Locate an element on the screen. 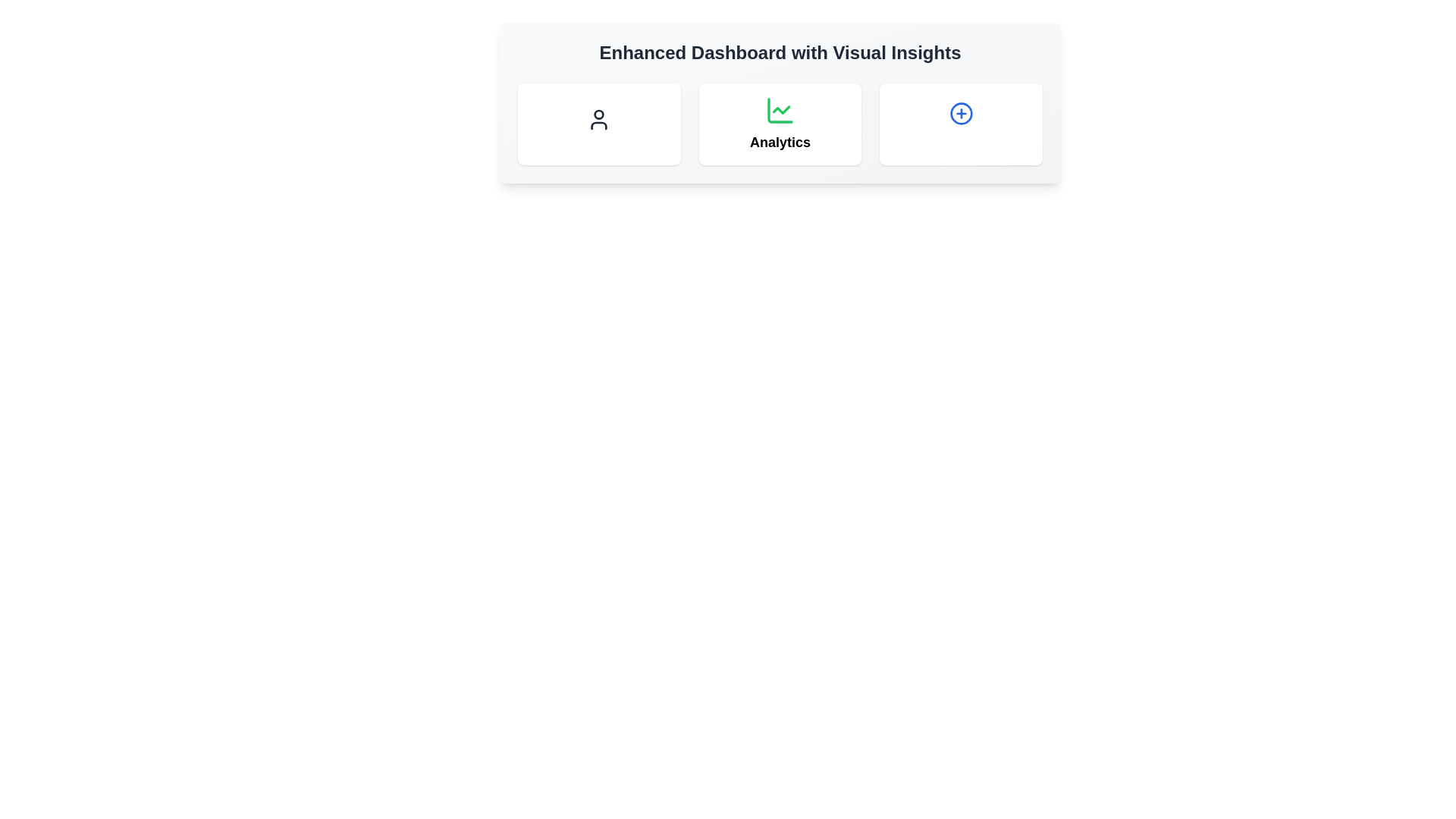  the analytics icon located in the central area of the top section, above the text label 'Analytics' is located at coordinates (780, 110).